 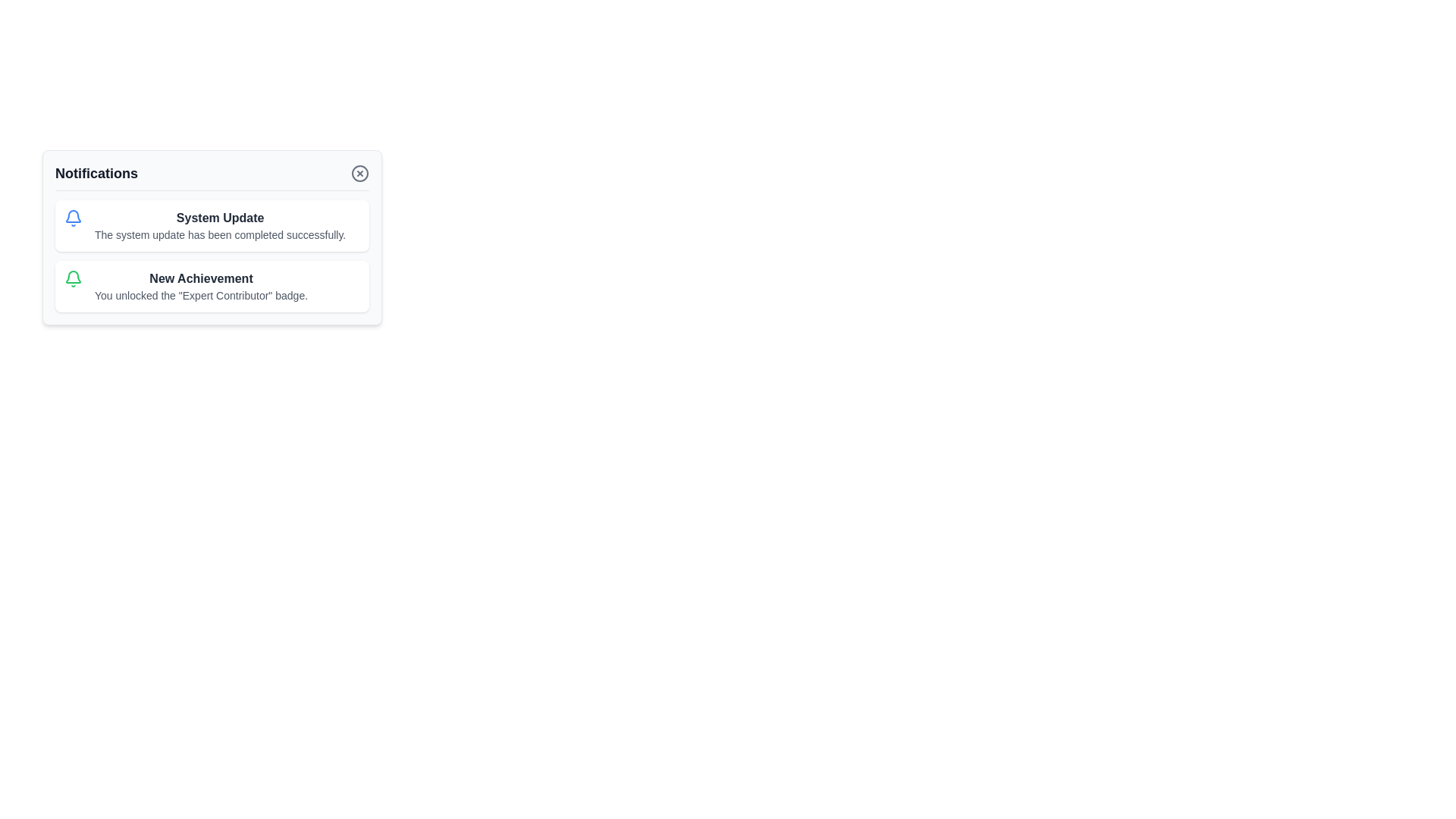 What do you see at coordinates (72, 277) in the screenshot?
I see `the visual design of the bottom part of the notification bell icon located next to the 'System Update' label in the 'Notifications' panel` at bounding box center [72, 277].